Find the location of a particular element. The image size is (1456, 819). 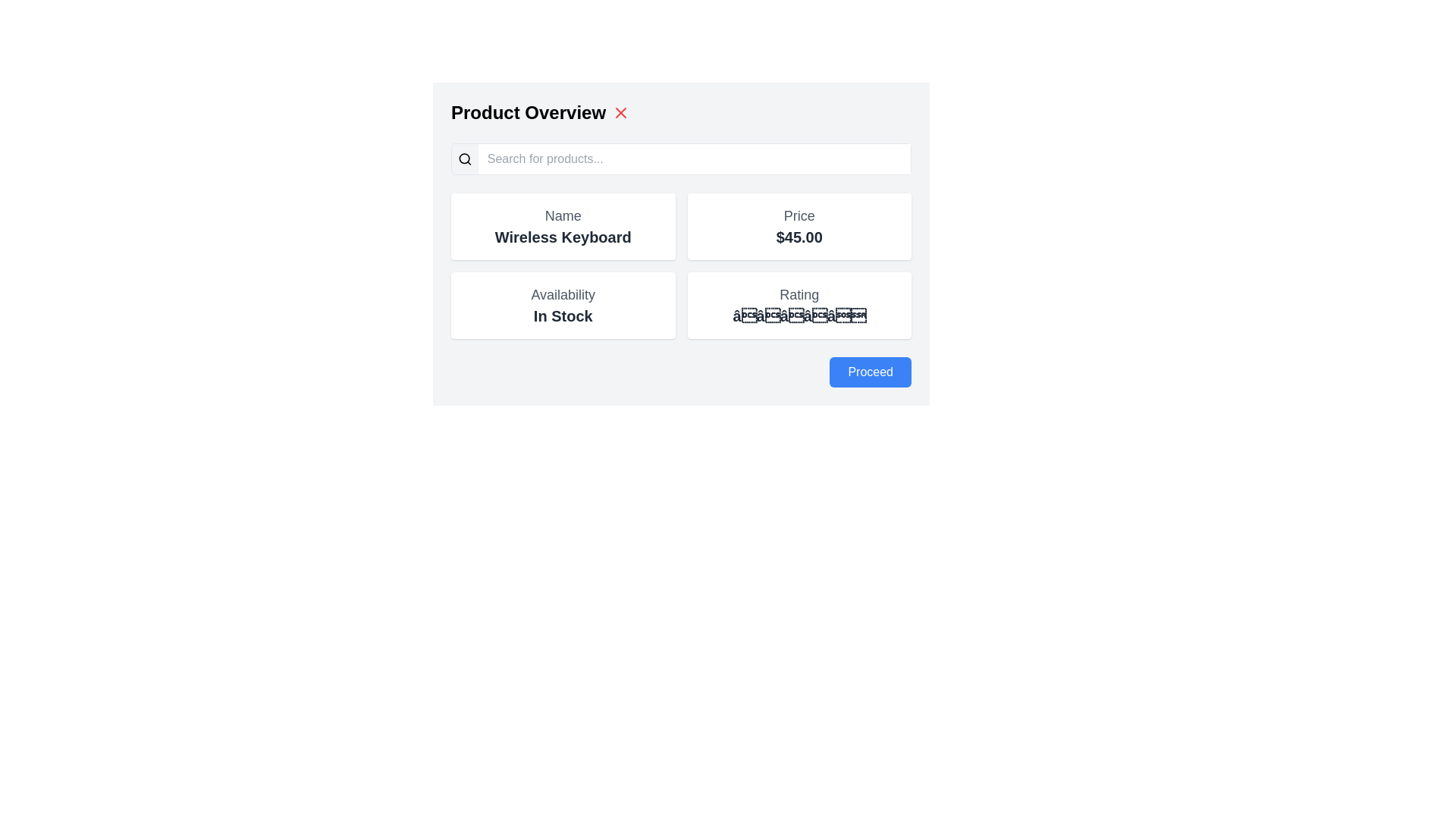

the Text Display element that shows 'Name' and 'Wireless Keyboard', which is located in the first column of a grid layout, above 'Availability: In Stock' and to the left of the 'Price: $45.00' is located at coordinates (562, 227).